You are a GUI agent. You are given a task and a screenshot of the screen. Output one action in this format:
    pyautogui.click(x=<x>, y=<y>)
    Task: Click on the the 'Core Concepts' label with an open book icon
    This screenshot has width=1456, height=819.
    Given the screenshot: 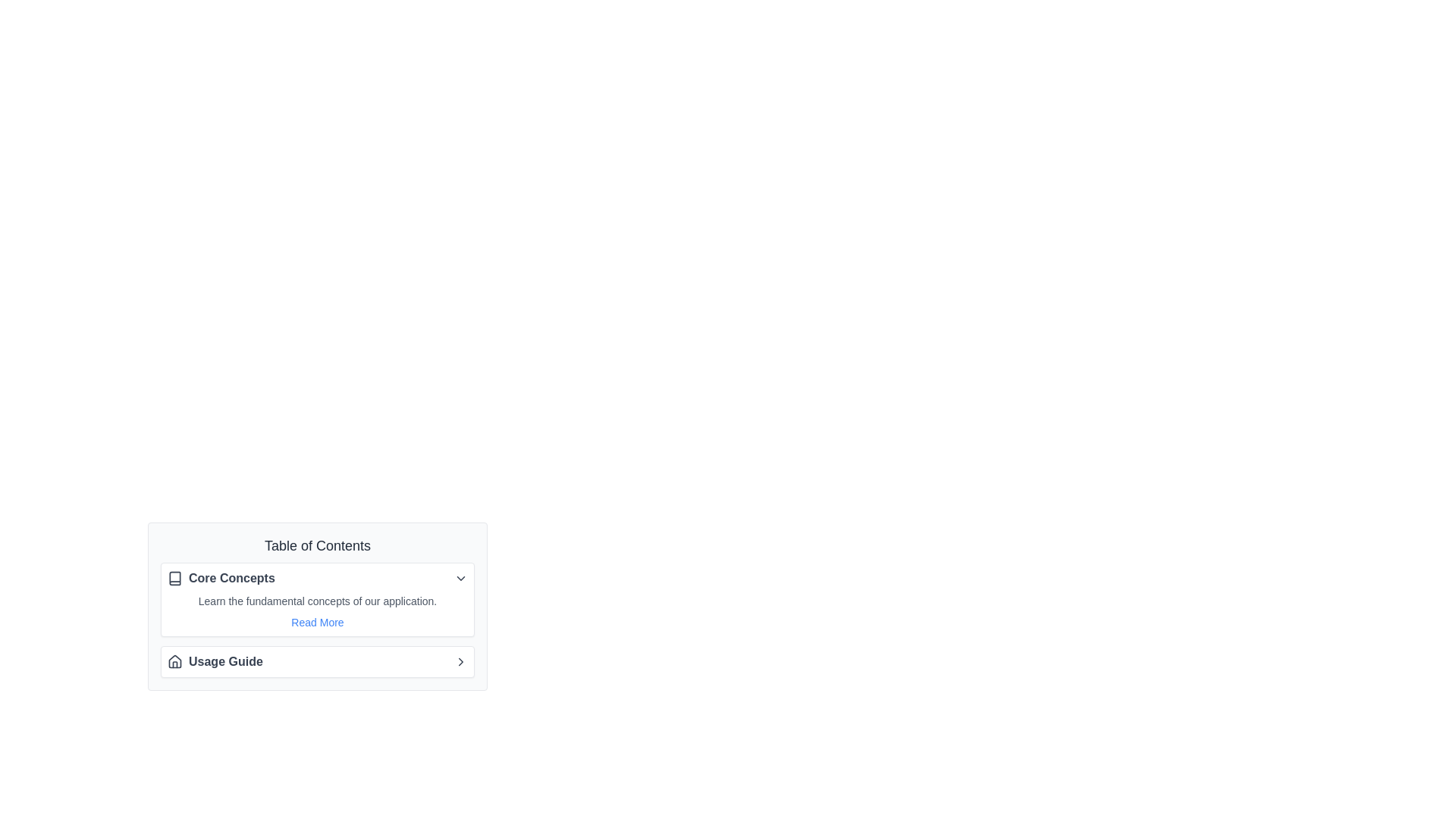 What is the action you would take?
    pyautogui.click(x=220, y=579)
    